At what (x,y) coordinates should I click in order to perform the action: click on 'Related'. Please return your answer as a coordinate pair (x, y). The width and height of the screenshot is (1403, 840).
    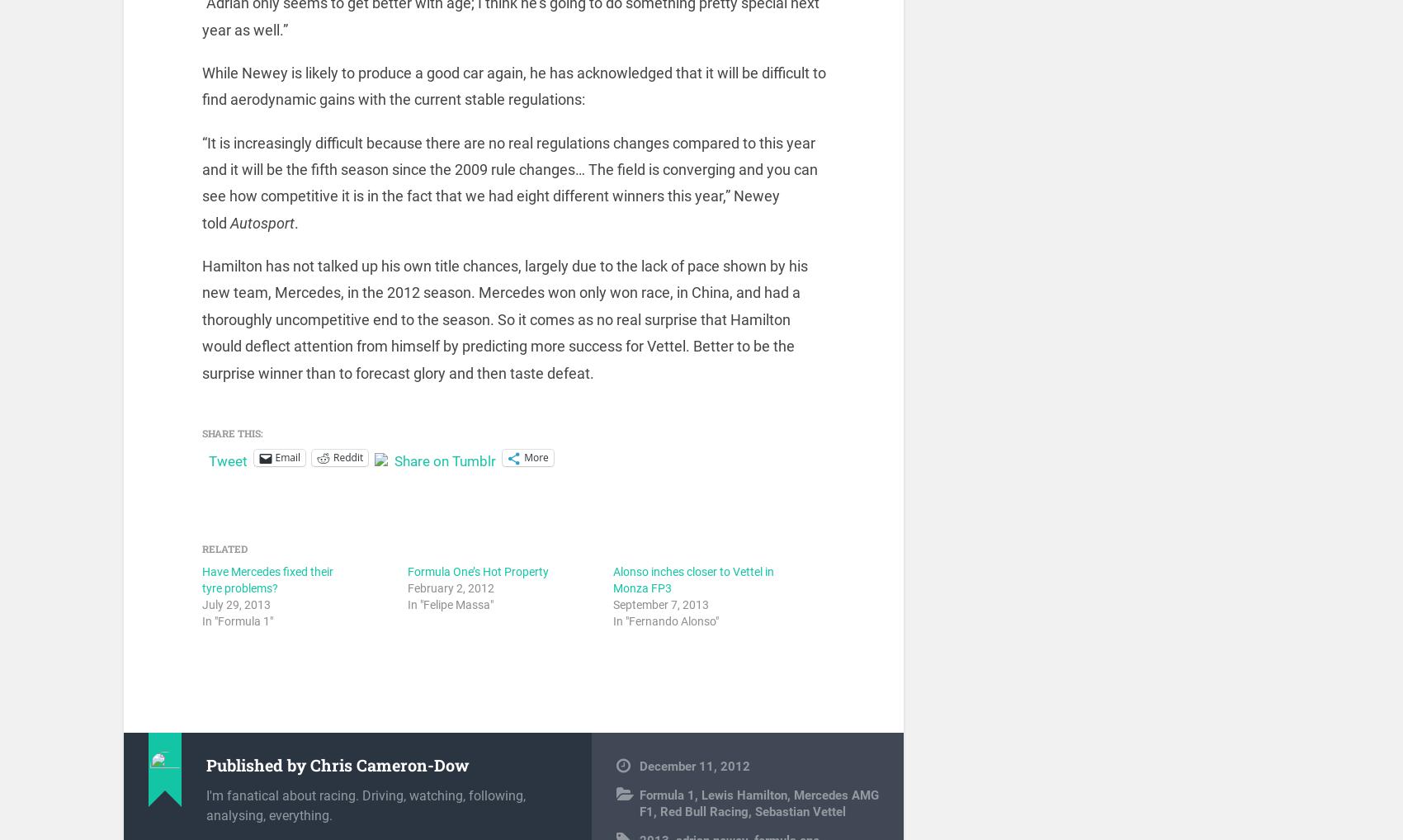
    Looking at the image, I should click on (224, 557).